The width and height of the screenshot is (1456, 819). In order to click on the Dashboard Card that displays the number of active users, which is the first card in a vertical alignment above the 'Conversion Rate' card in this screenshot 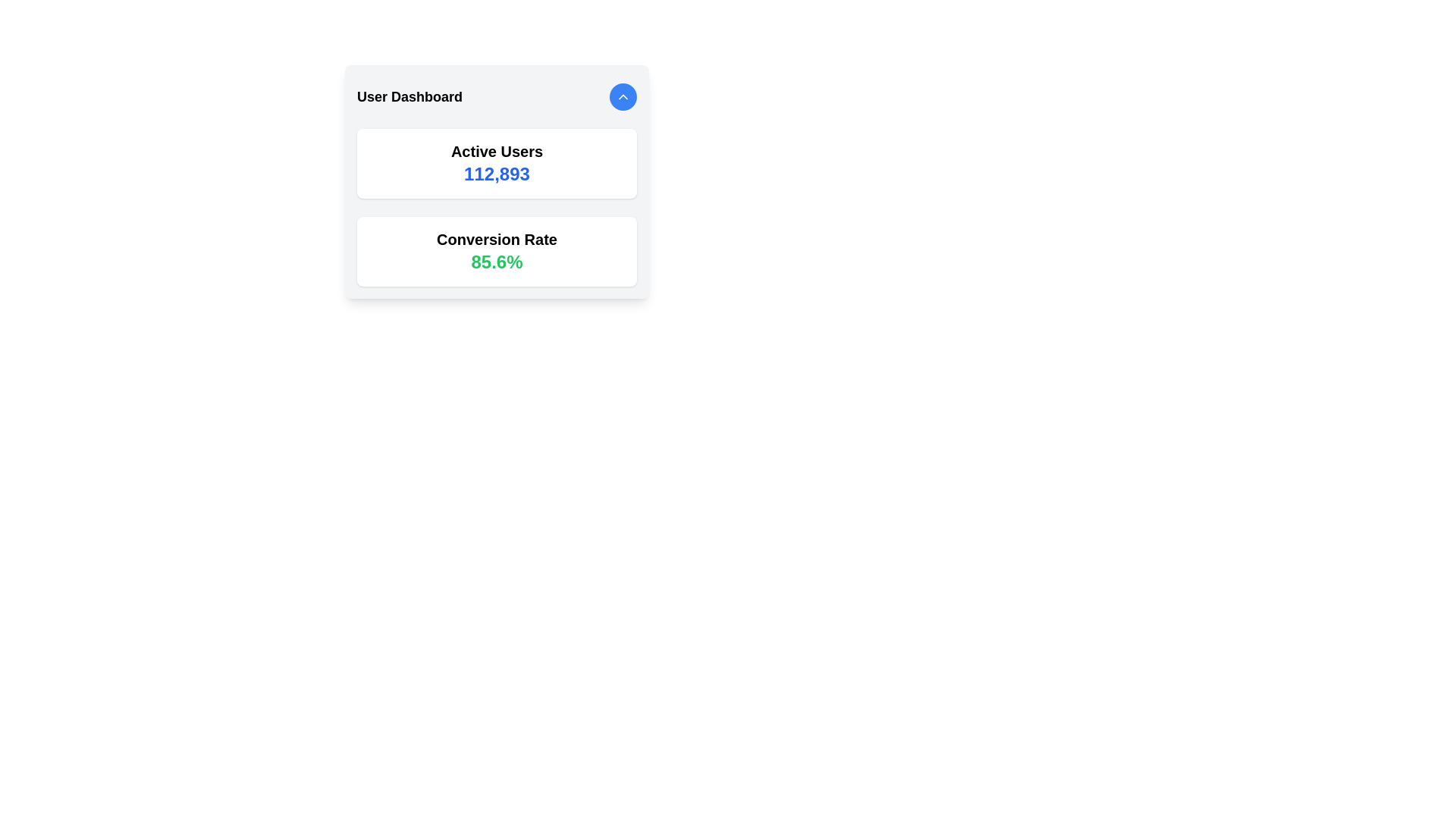, I will do `click(497, 164)`.